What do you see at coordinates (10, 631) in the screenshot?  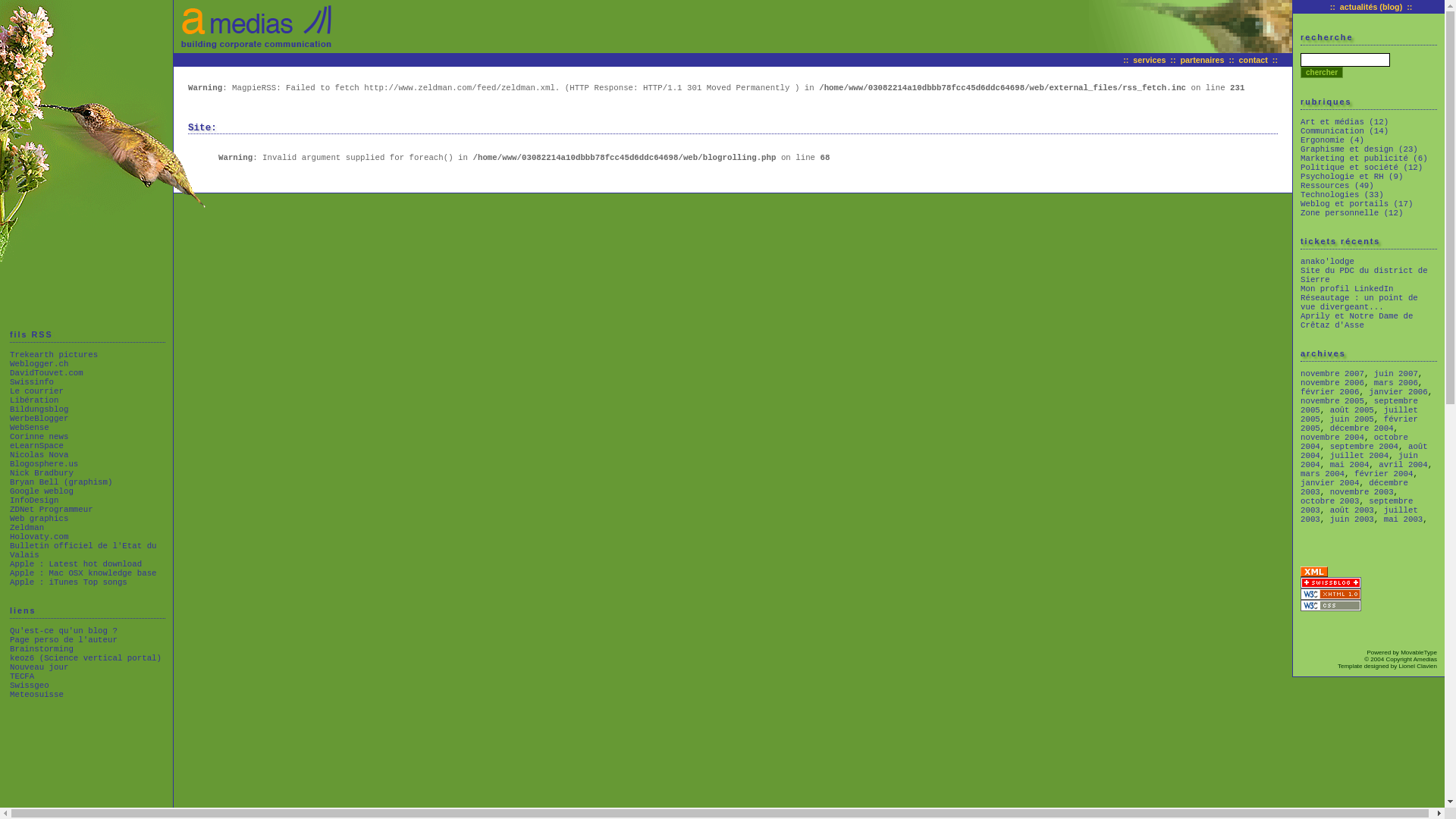 I see `'Qu'est-ce qu'un blog ?'` at bounding box center [10, 631].